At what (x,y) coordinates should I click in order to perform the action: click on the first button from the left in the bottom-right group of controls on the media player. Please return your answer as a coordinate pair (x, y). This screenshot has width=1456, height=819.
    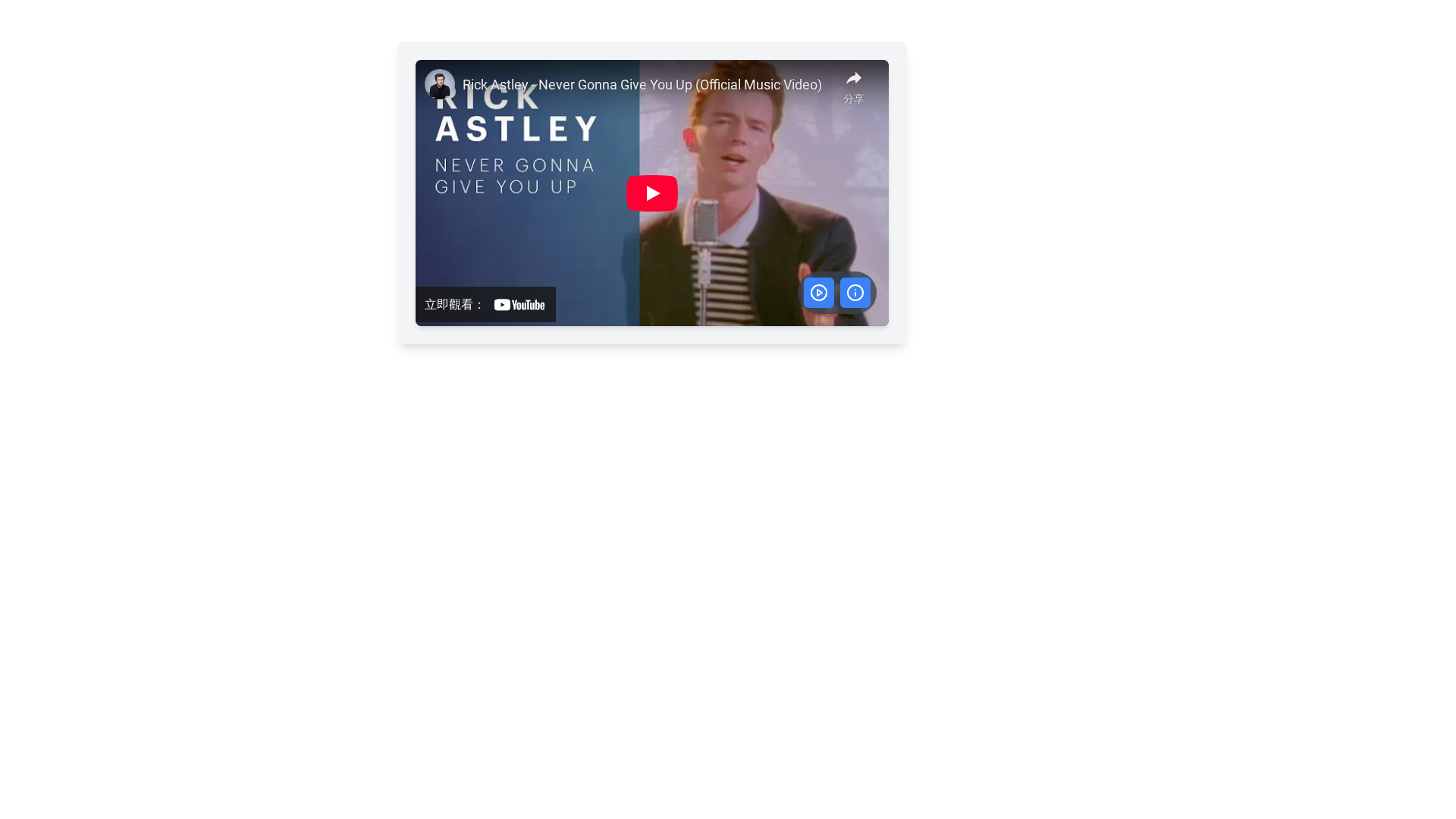
    Looking at the image, I should click on (817, 292).